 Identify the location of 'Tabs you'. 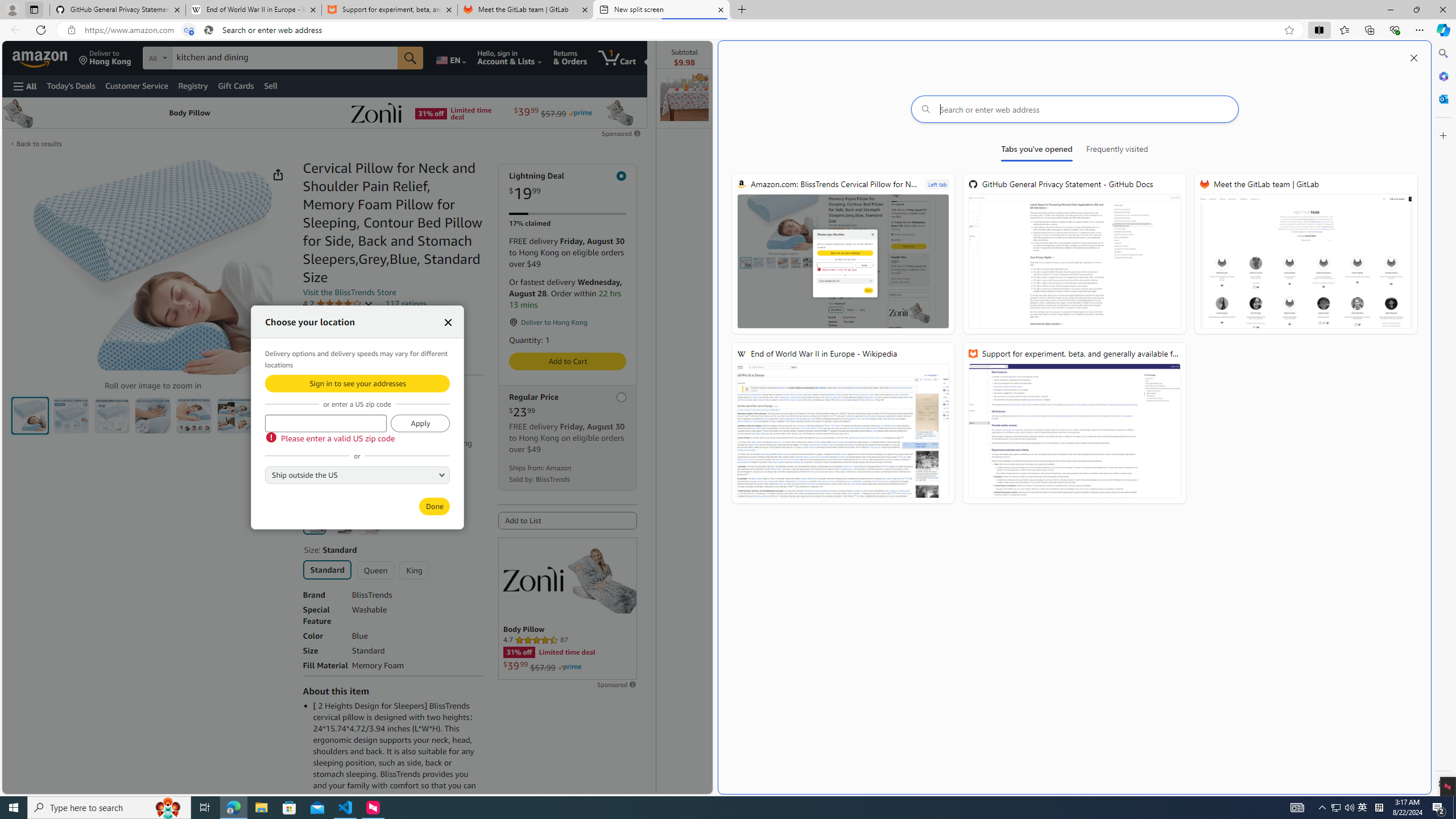
(1037, 151).